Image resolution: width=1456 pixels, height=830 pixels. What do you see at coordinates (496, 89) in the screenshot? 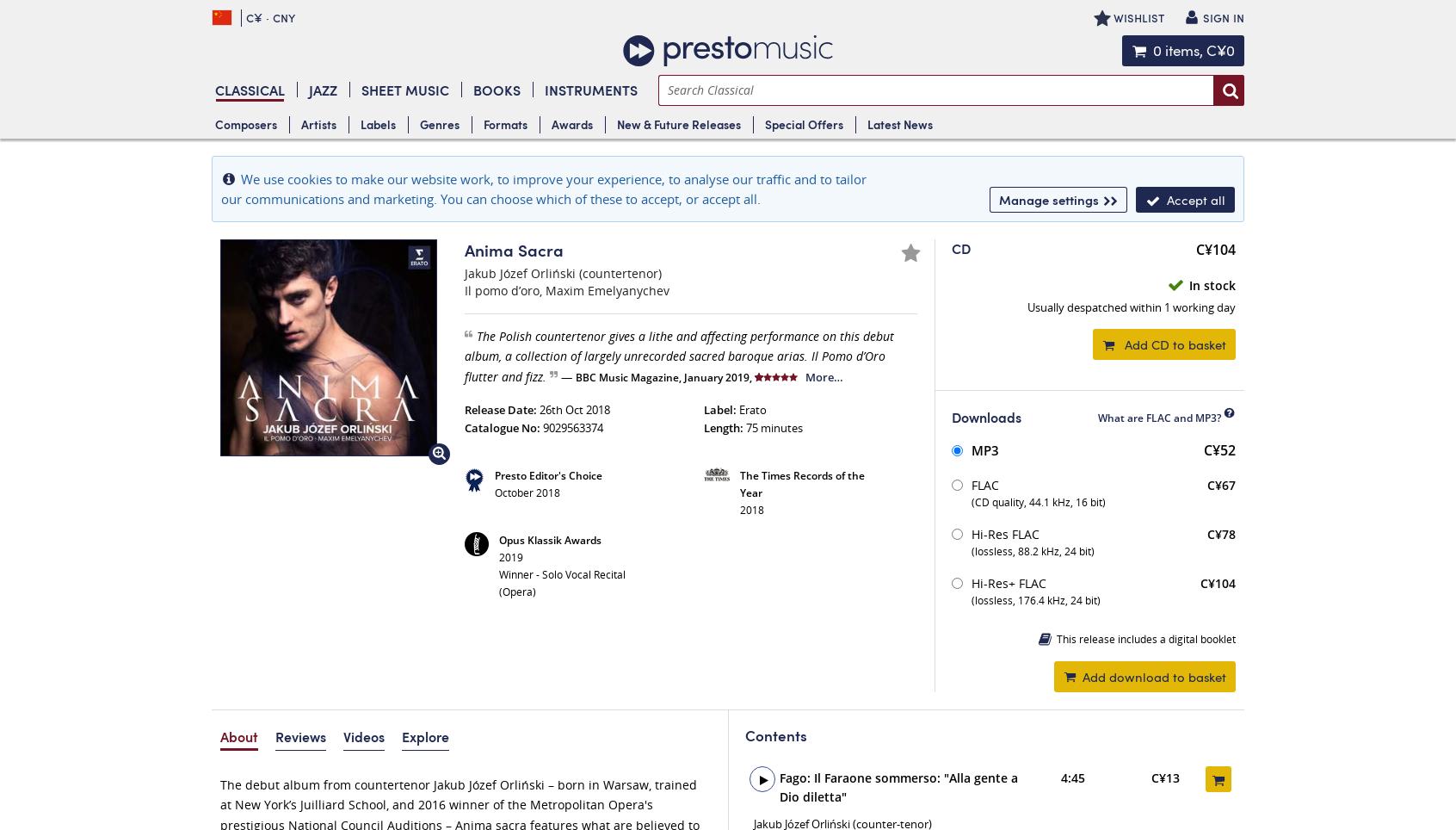
I see `'Books'` at bounding box center [496, 89].